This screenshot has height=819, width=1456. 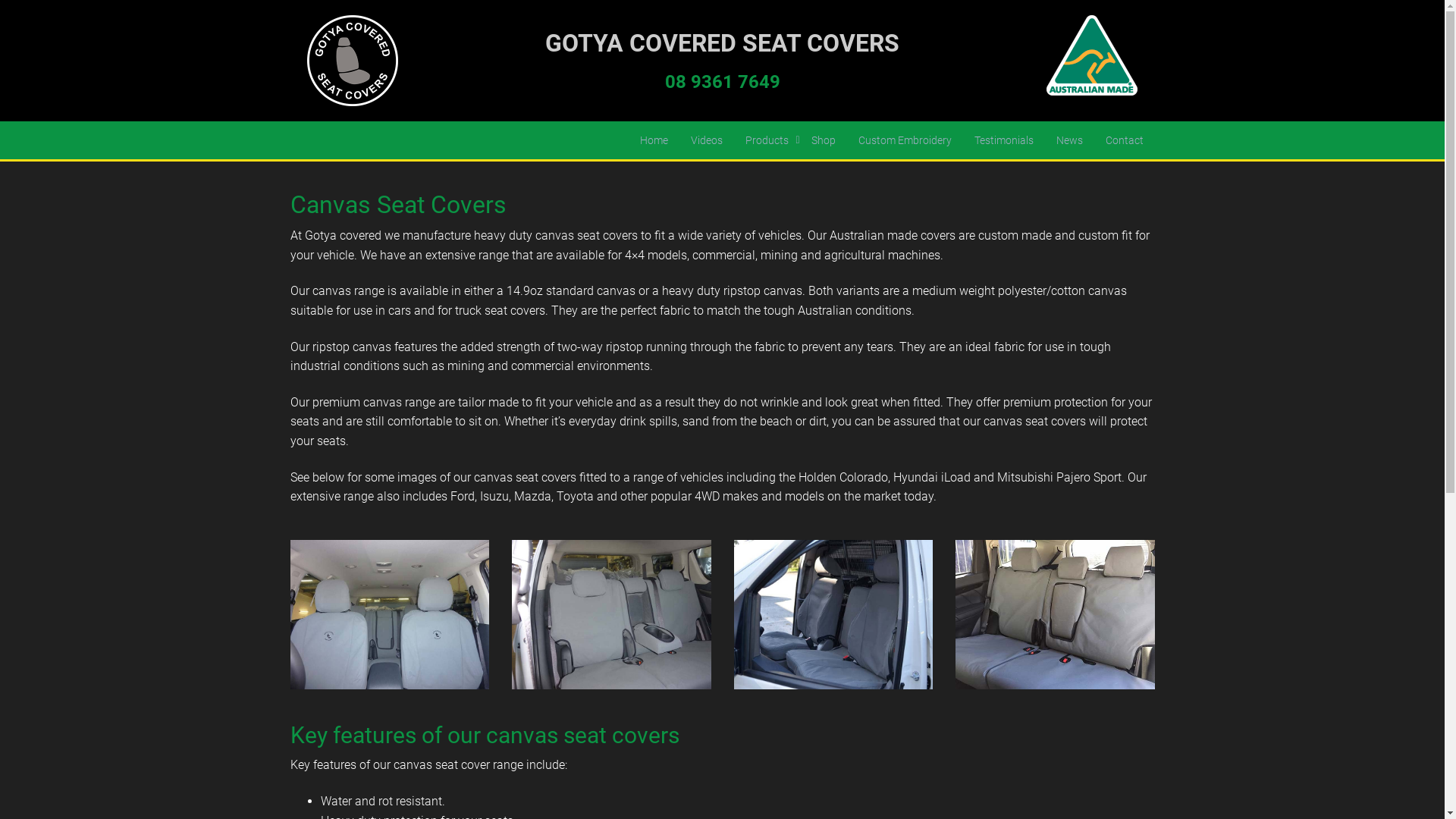 What do you see at coordinates (799, 140) in the screenshot?
I see `'Shop'` at bounding box center [799, 140].